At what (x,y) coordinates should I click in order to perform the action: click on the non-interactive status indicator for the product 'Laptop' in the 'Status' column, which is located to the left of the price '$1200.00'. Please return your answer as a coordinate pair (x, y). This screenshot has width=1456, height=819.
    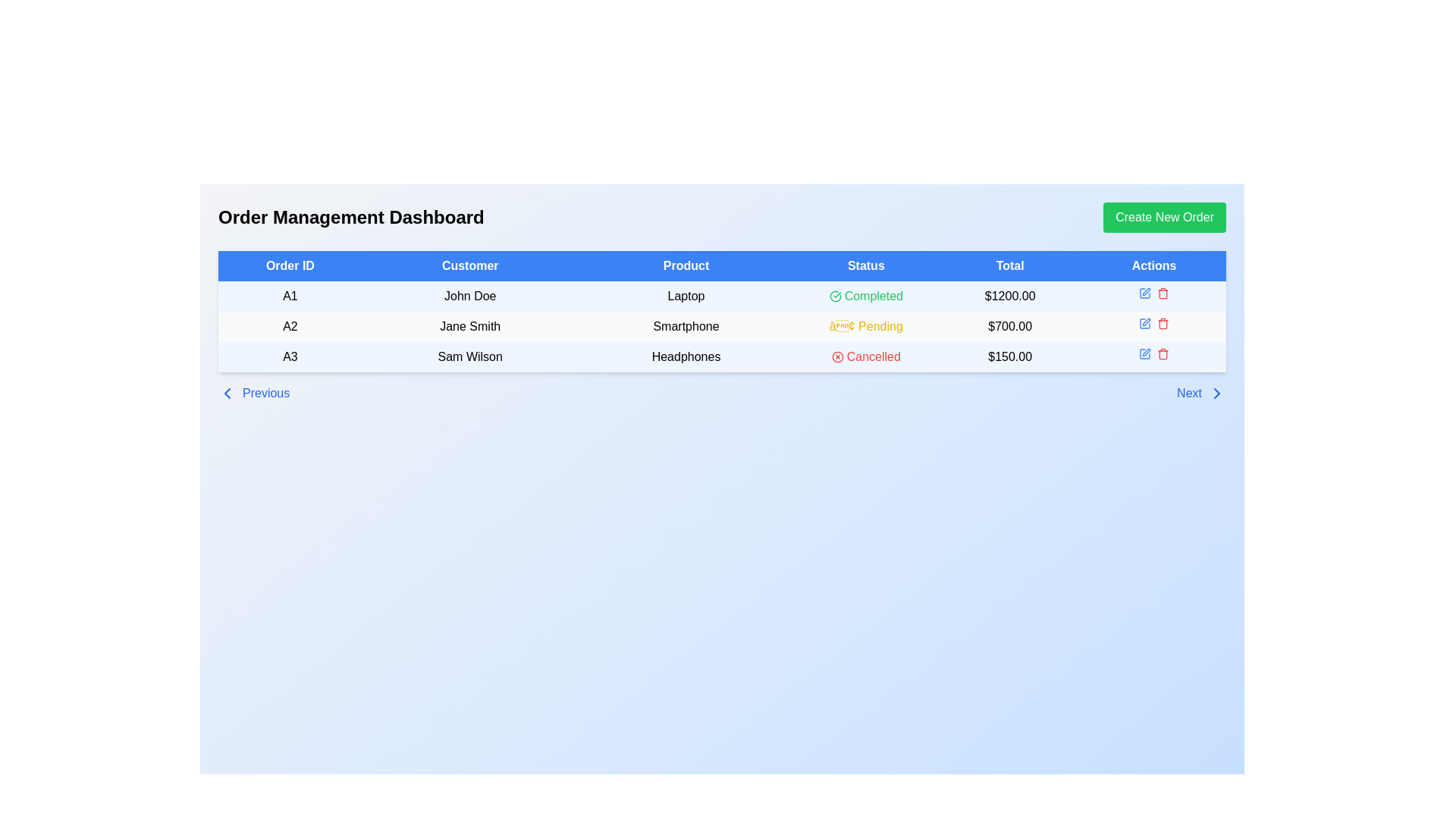
    Looking at the image, I should click on (866, 296).